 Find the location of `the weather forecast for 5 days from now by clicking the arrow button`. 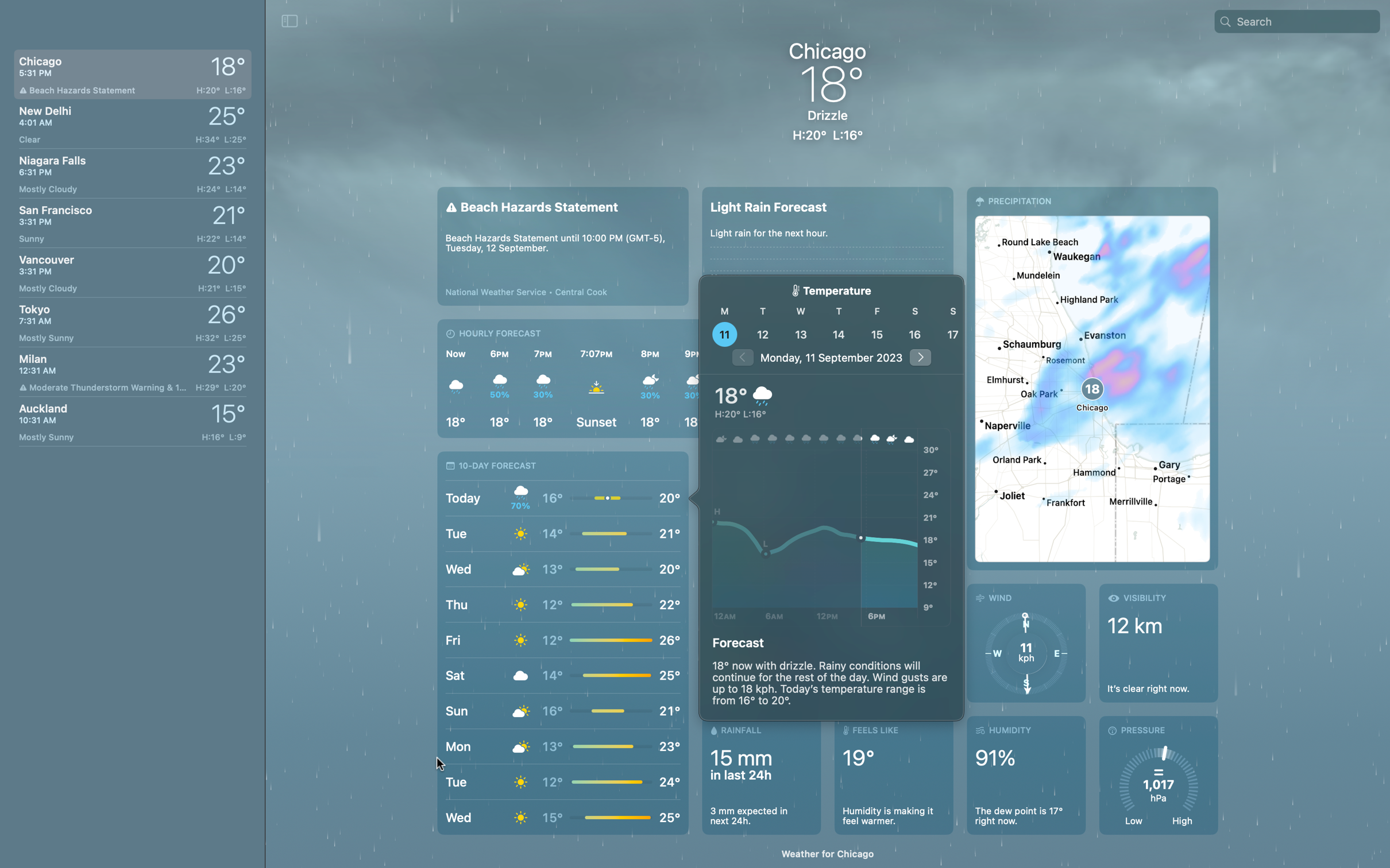

the weather forecast for 5 days from now by clicking the arrow button is located at coordinates (919, 356).